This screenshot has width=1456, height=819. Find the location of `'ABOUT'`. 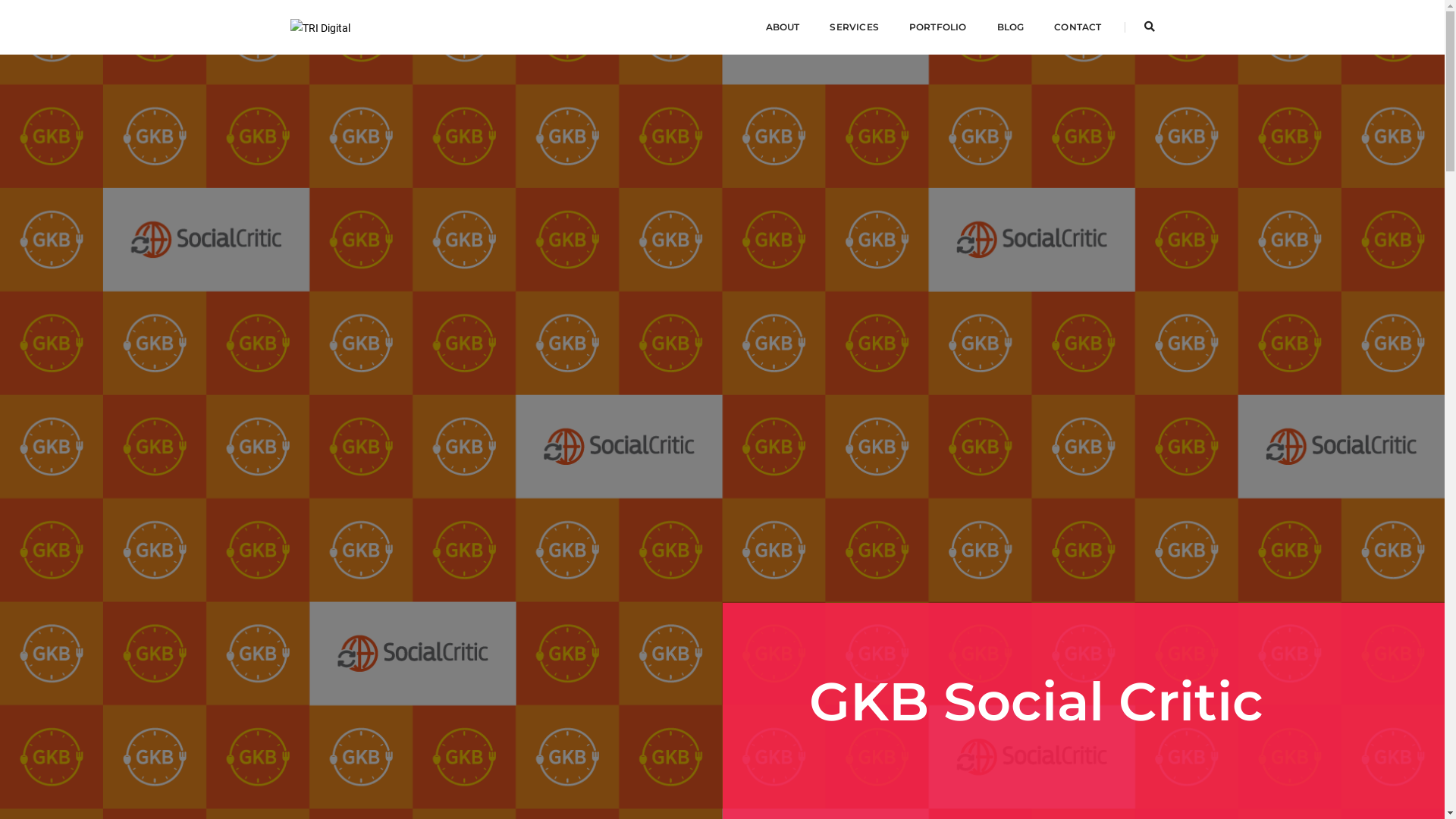

'ABOUT' is located at coordinates (783, 27).